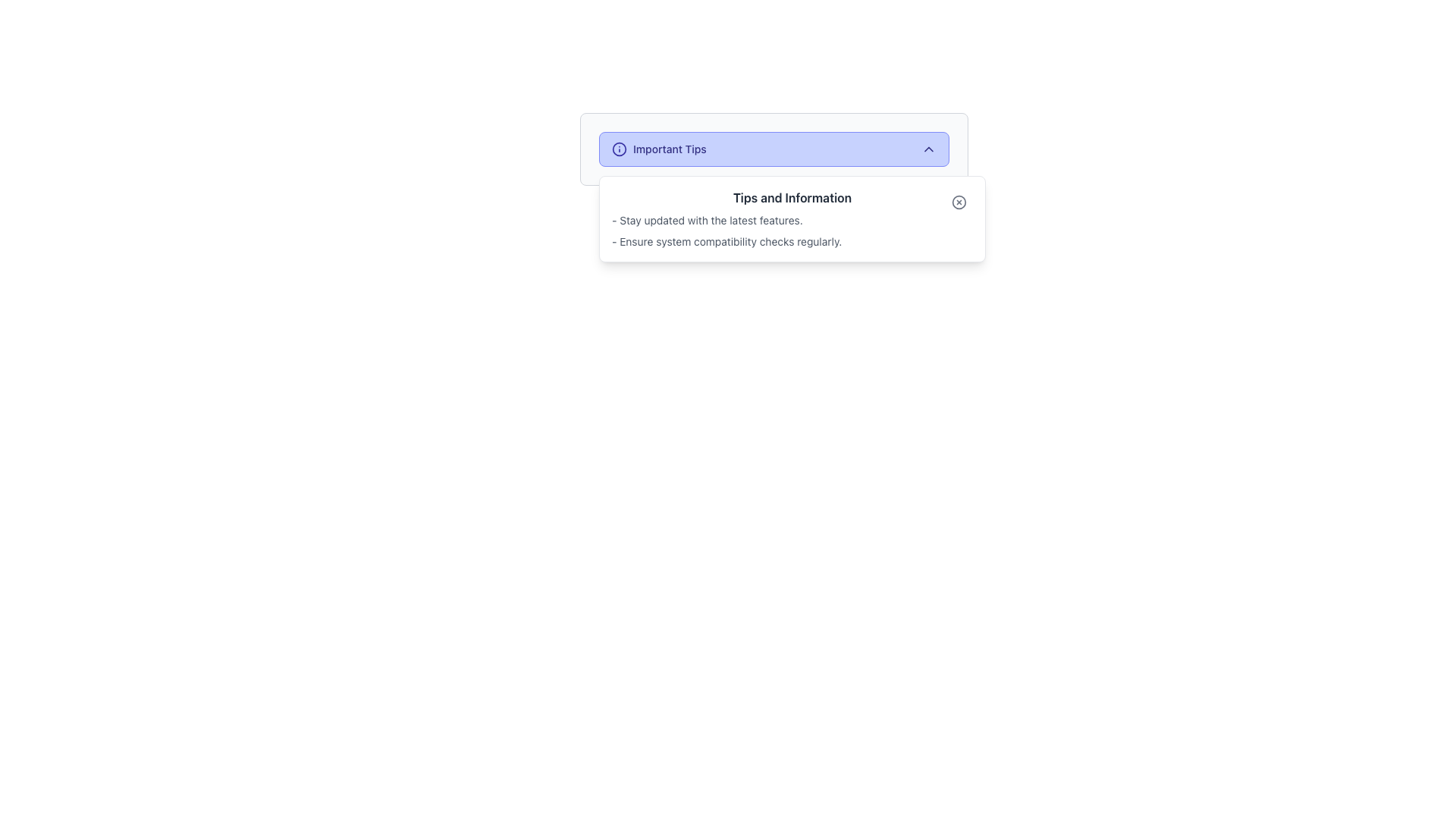  Describe the element at coordinates (792, 220) in the screenshot. I see `text element that provides tips and instructions for staying updated with the latest features, located as the first list item under 'Tips and Information.'` at that location.